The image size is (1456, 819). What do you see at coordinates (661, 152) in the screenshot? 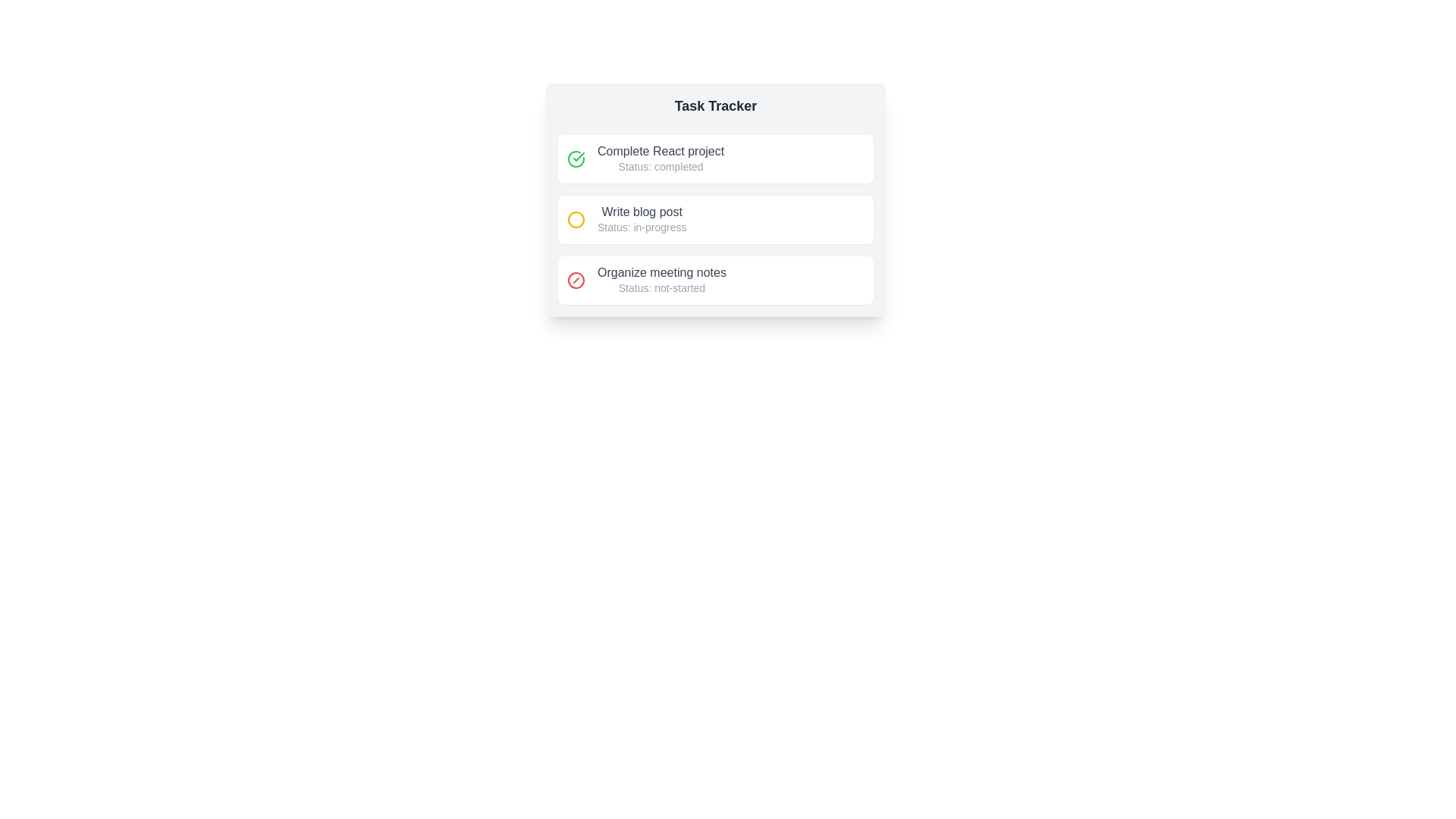
I see `the text label that reads 'Complete React project', which is styled in gray and part of a task list, located above the status description 'Status: completed'` at bounding box center [661, 152].